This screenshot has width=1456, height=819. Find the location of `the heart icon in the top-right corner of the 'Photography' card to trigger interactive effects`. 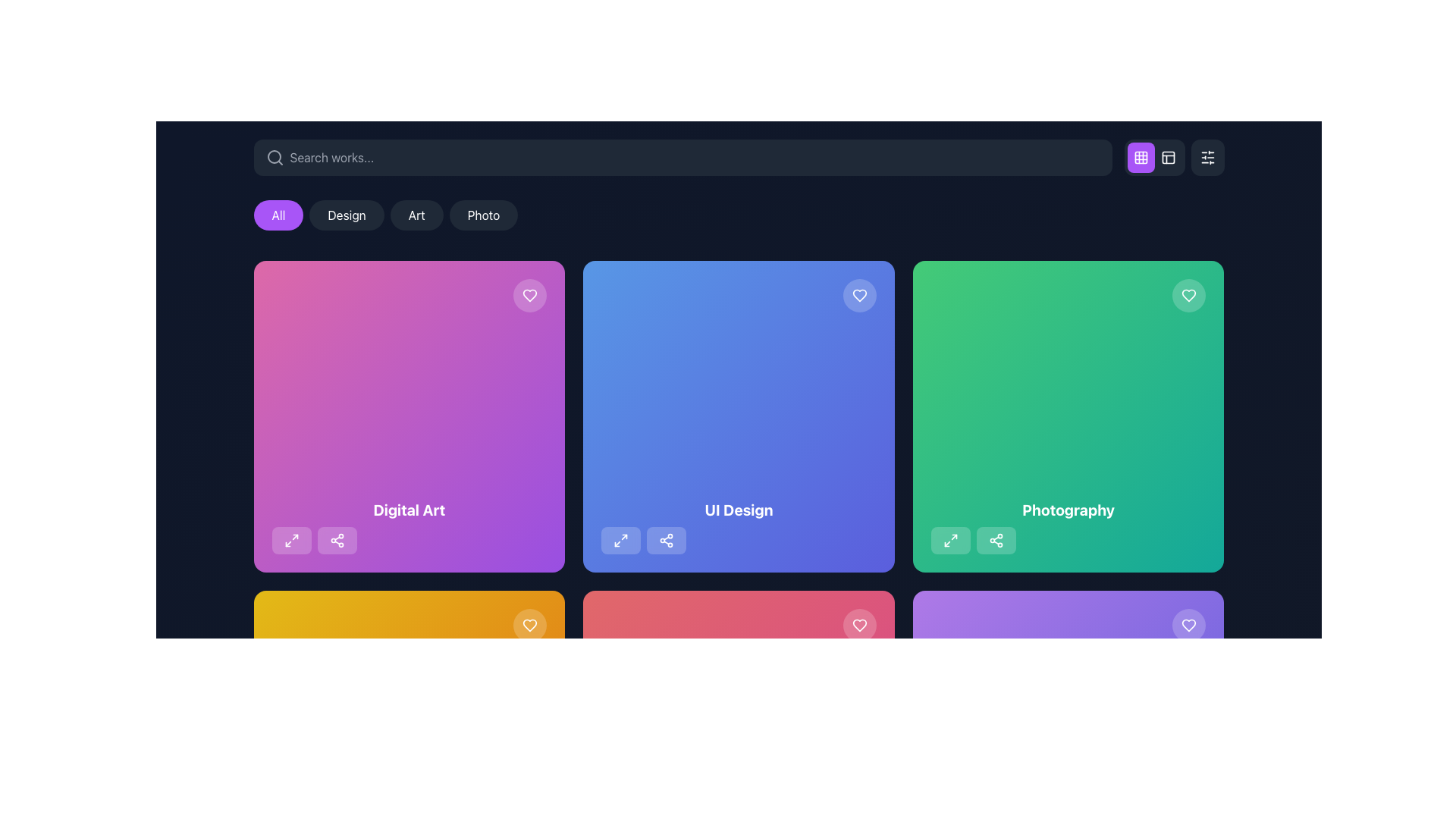

the heart icon in the top-right corner of the 'Photography' card to trigger interactive effects is located at coordinates (1188, 295).